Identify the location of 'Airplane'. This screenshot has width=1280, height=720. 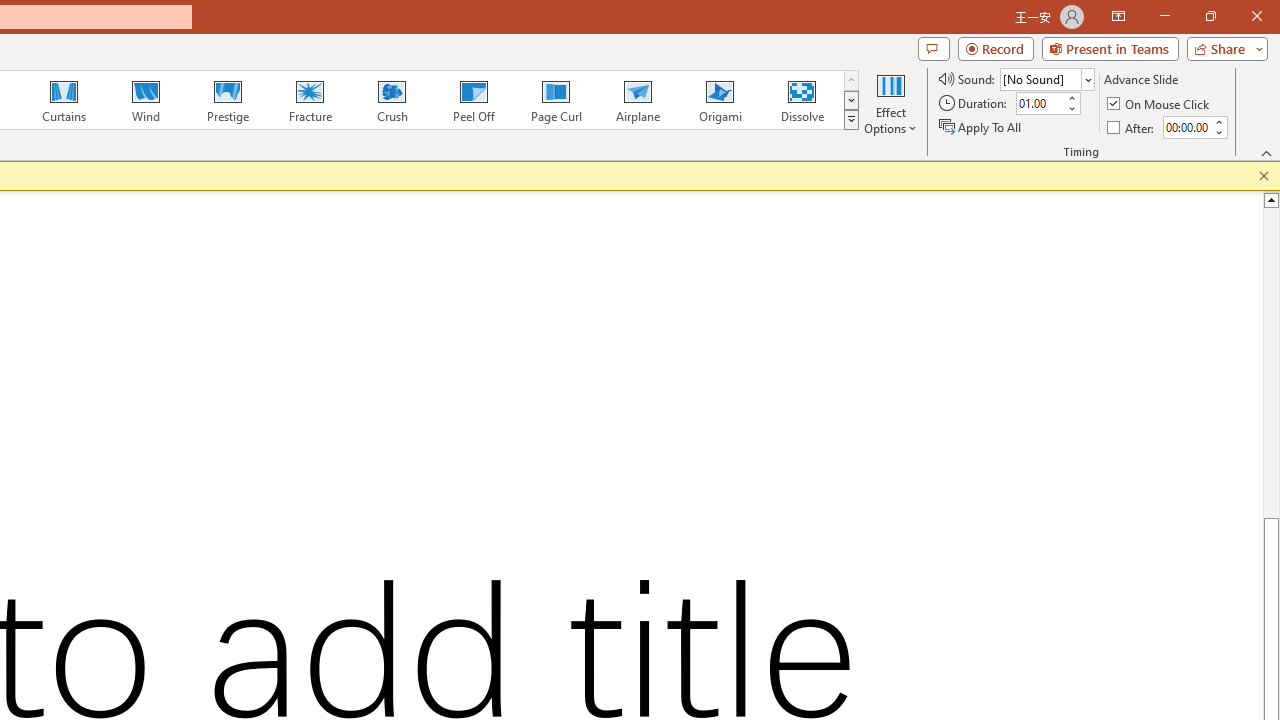
(636, 100).